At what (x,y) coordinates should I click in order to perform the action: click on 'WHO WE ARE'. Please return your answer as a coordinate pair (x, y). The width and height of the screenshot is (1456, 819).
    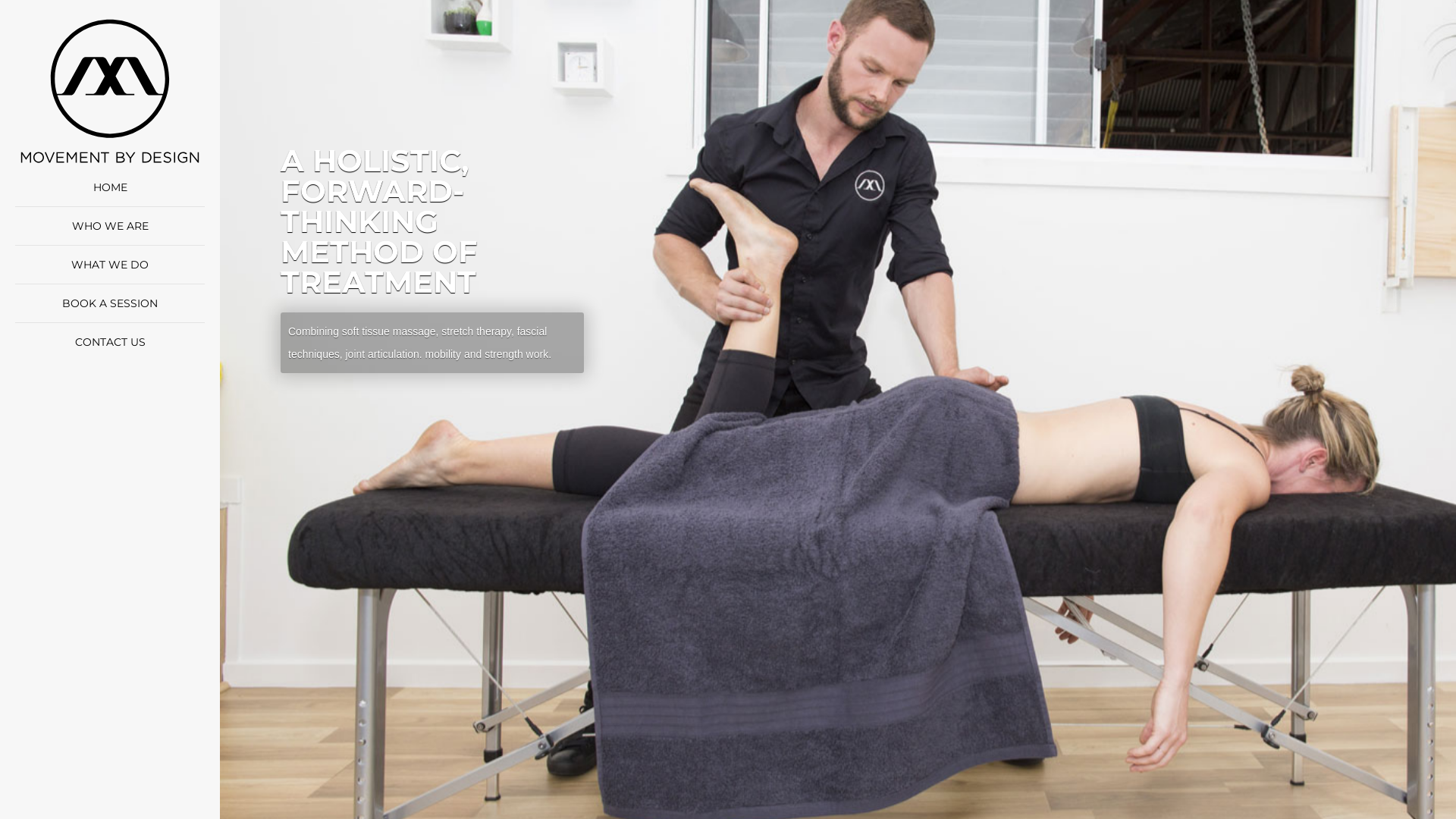
    Looking at the image, I should click on (108, 225).